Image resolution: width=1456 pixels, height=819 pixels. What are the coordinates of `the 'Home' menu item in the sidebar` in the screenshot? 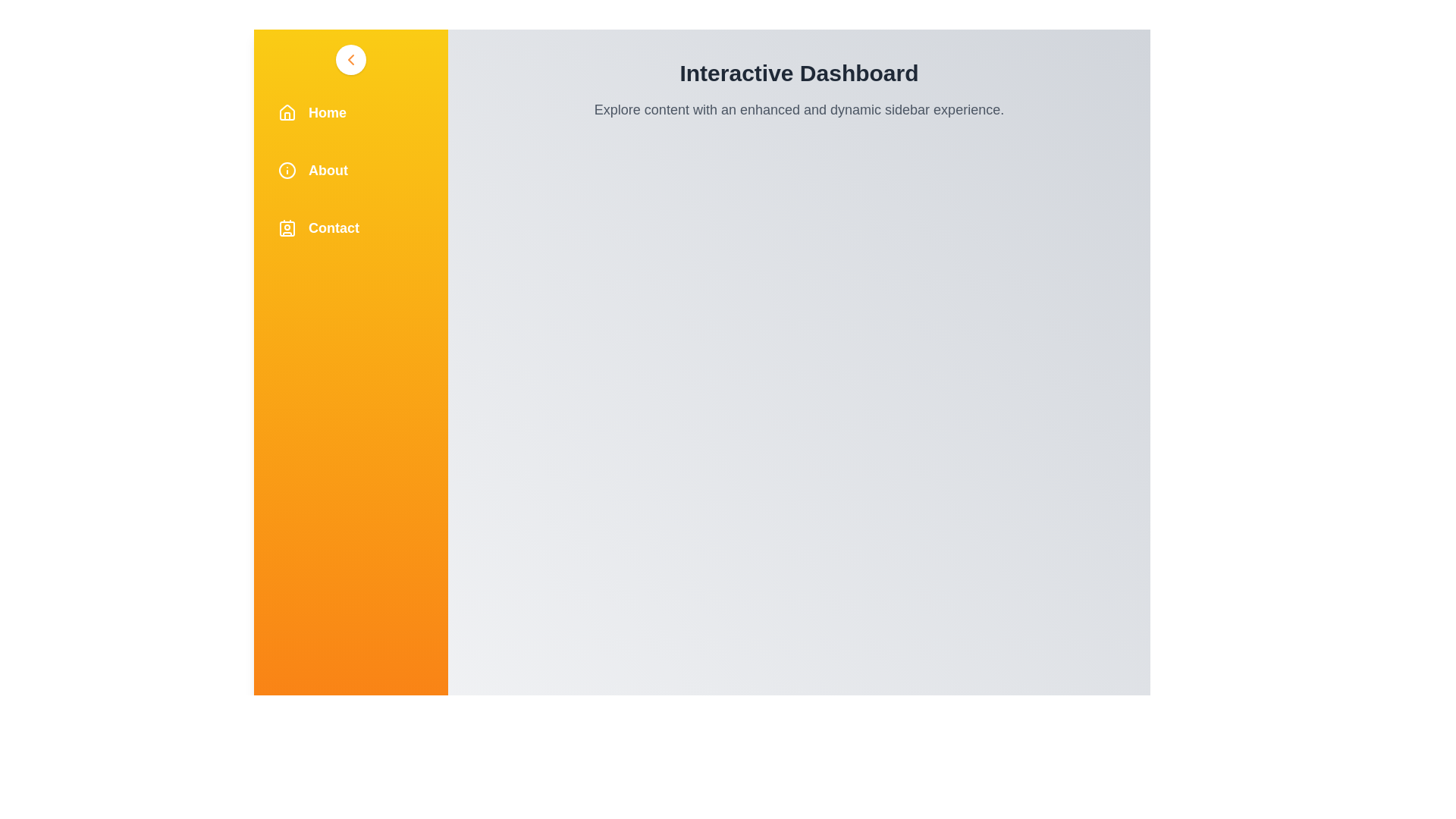 It's located at (350, 112).